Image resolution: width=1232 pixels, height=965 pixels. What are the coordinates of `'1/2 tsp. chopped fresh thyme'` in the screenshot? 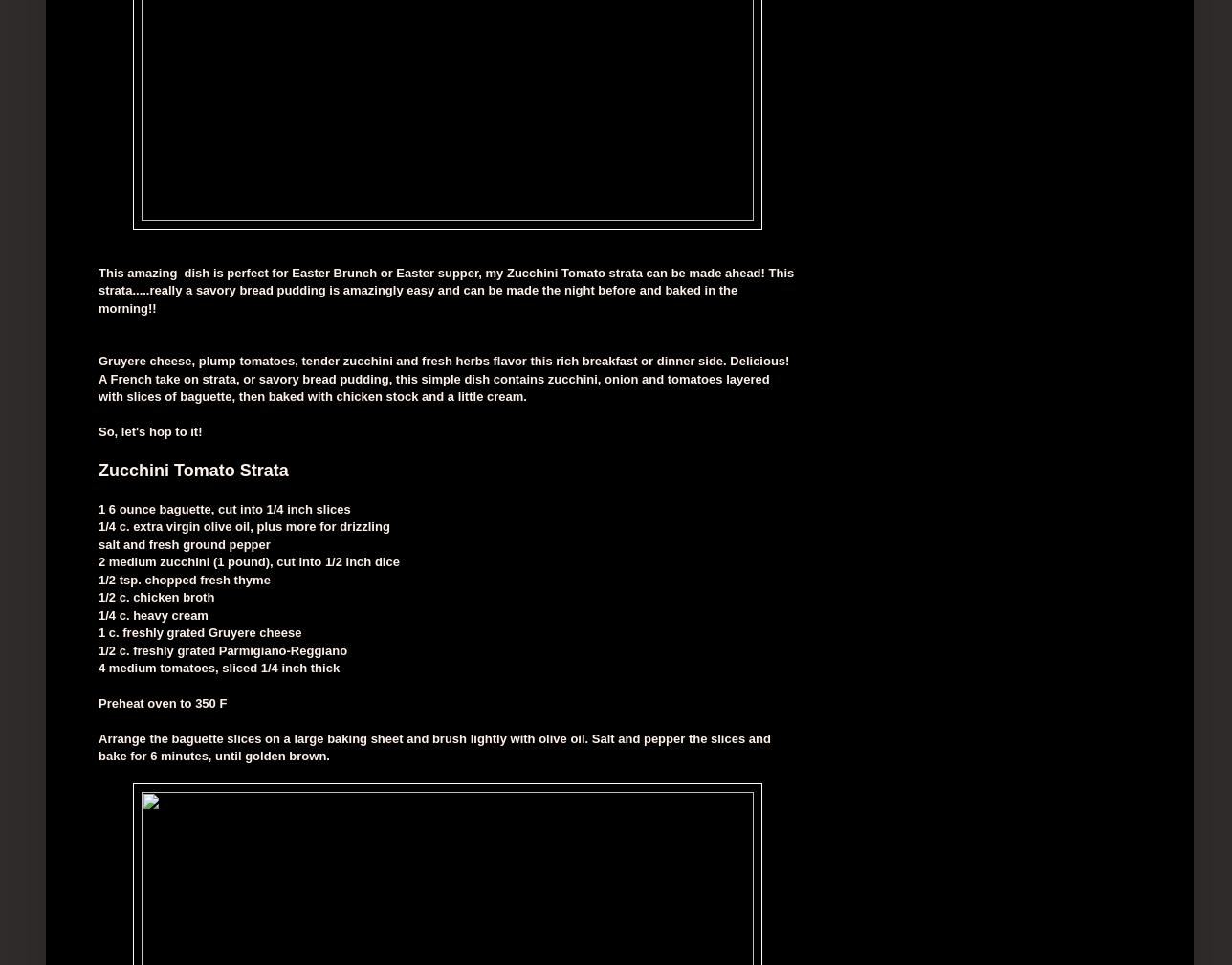 It's located at (184, 579).